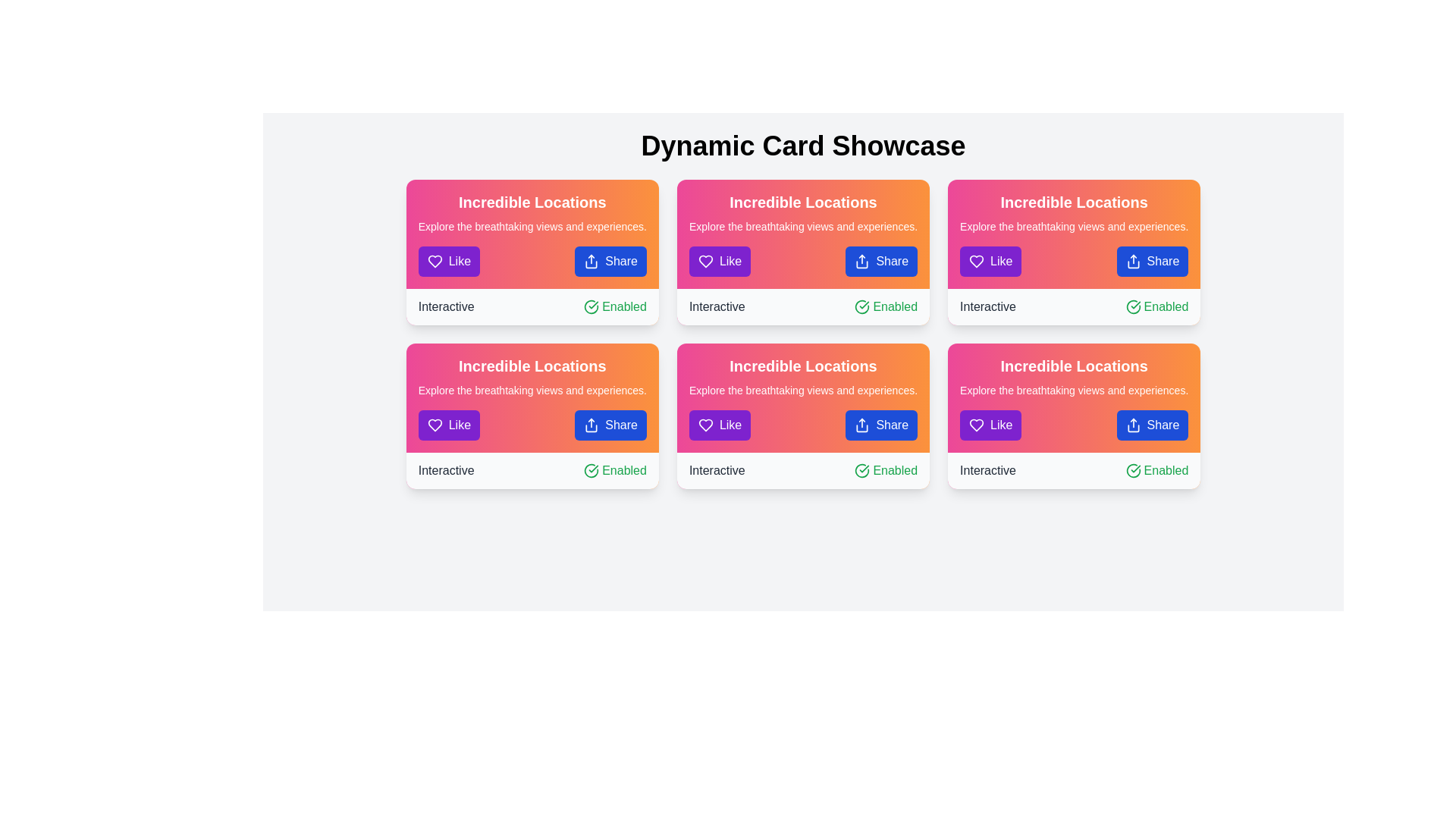  I want to click on the Decorative SVG Component that visually represents a checkmark icon, located at the bottom-right corner of a rectangular card in a grid layout, so click(1133, 470).